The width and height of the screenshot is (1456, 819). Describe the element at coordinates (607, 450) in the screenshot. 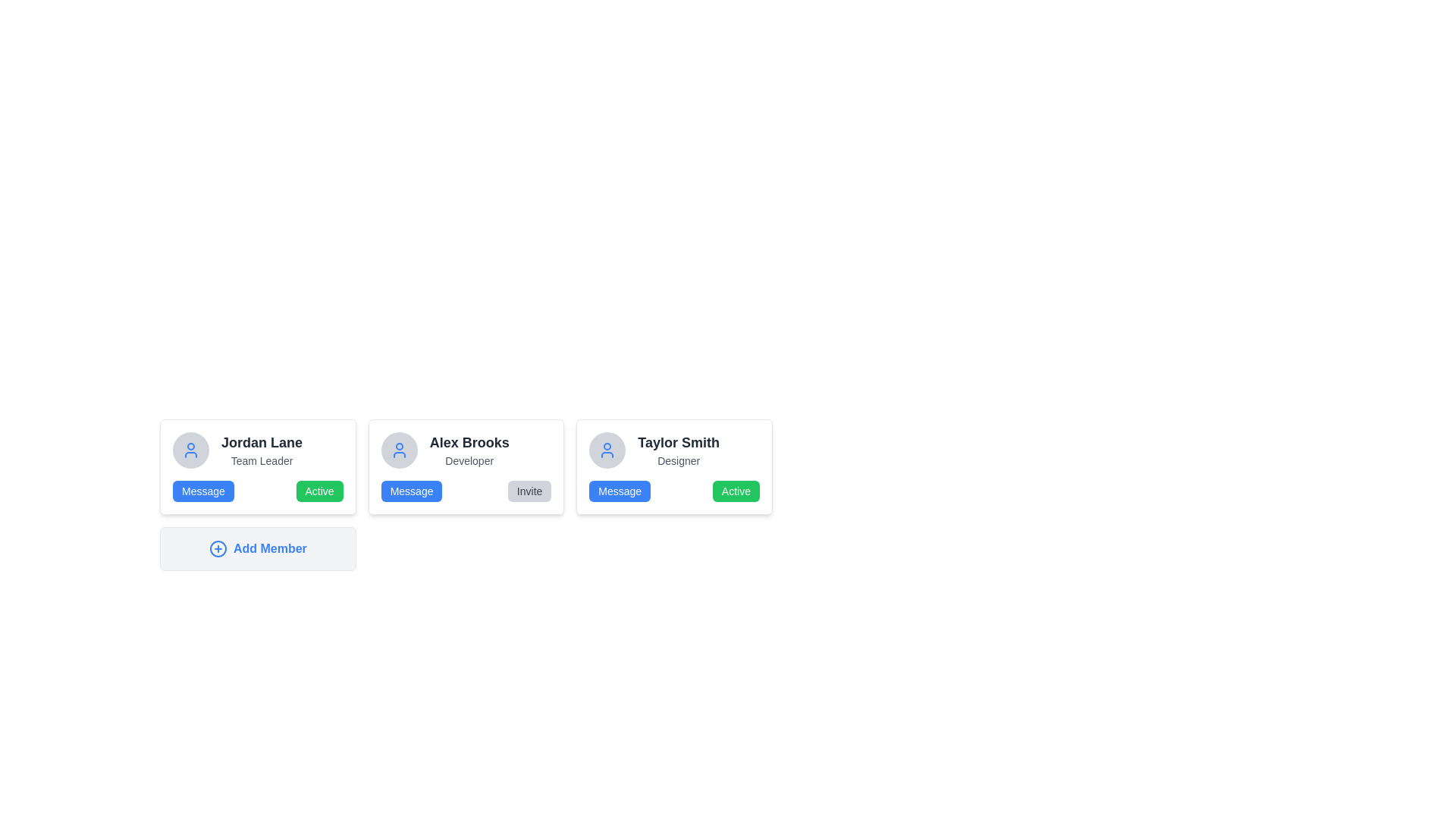

I see `the Profile picture placeholder, which is a circular icon with a gray background and a blue outline of a user symbol, located at the top-left corner of the user card for 'Taylor Smith'` at that location.